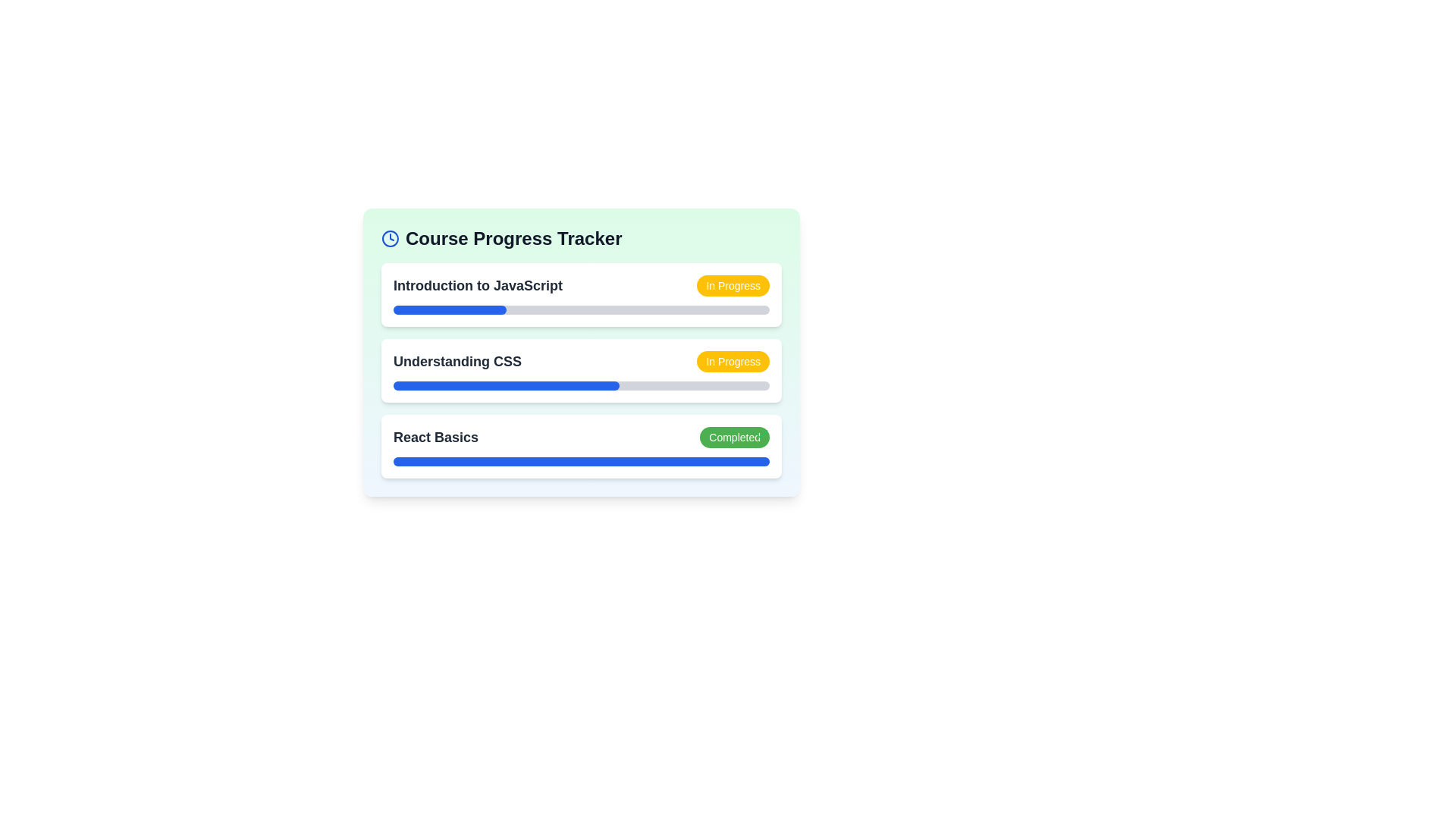 This screenshot has height=819, width=1456. Describe the element at coordinates (581, 286) in the screenshot. I see `the labeled status display element titled 'Introduction to JavaScript'` at that location.